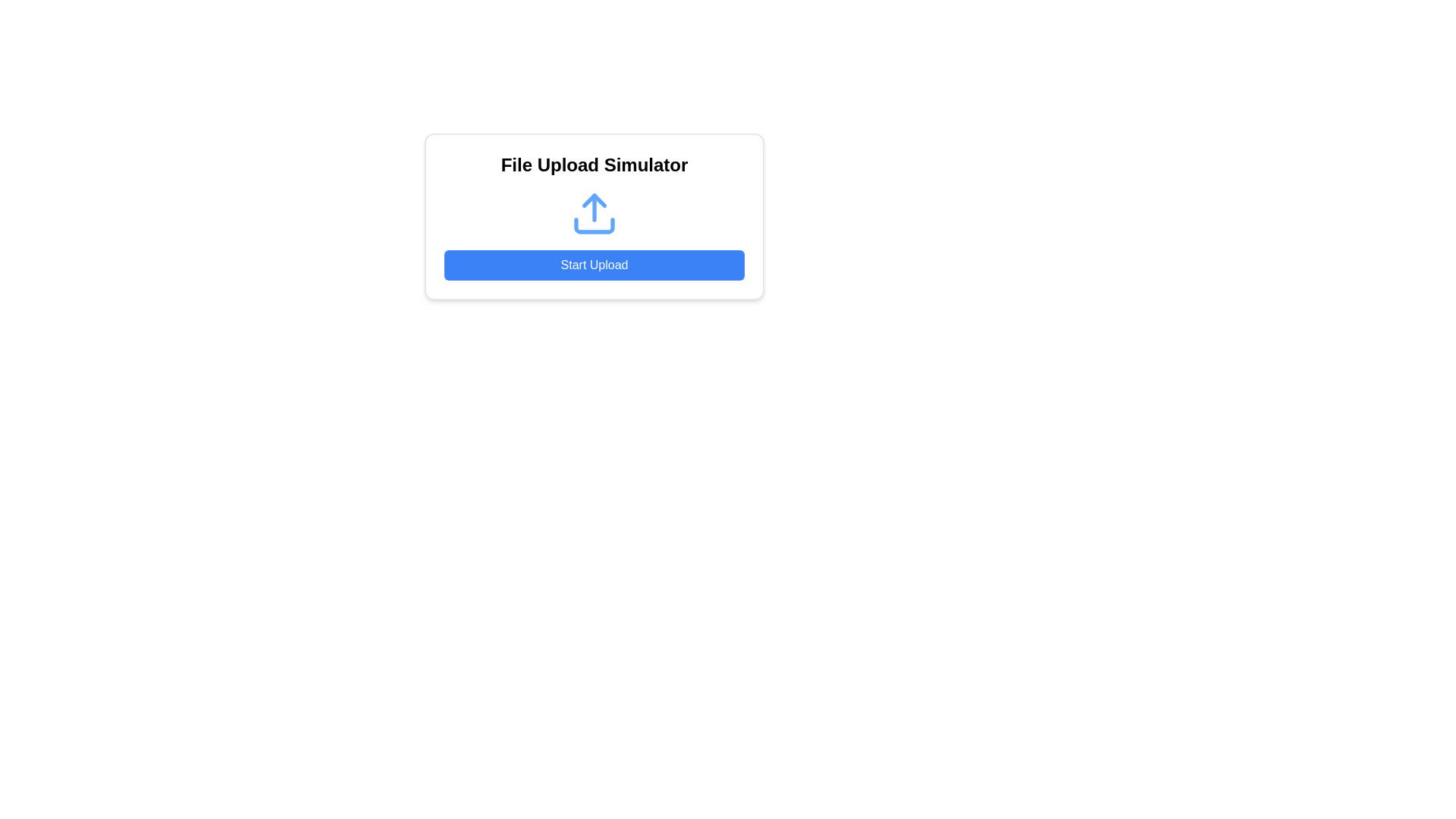  What do you see at coordinates (593, 213) in the screenshot?
I see `the upload icon located centrally within the card component, positioned below the title 'File Upload Simulator' and above the 'Start Upload' button` at bounding box center [593, 213].